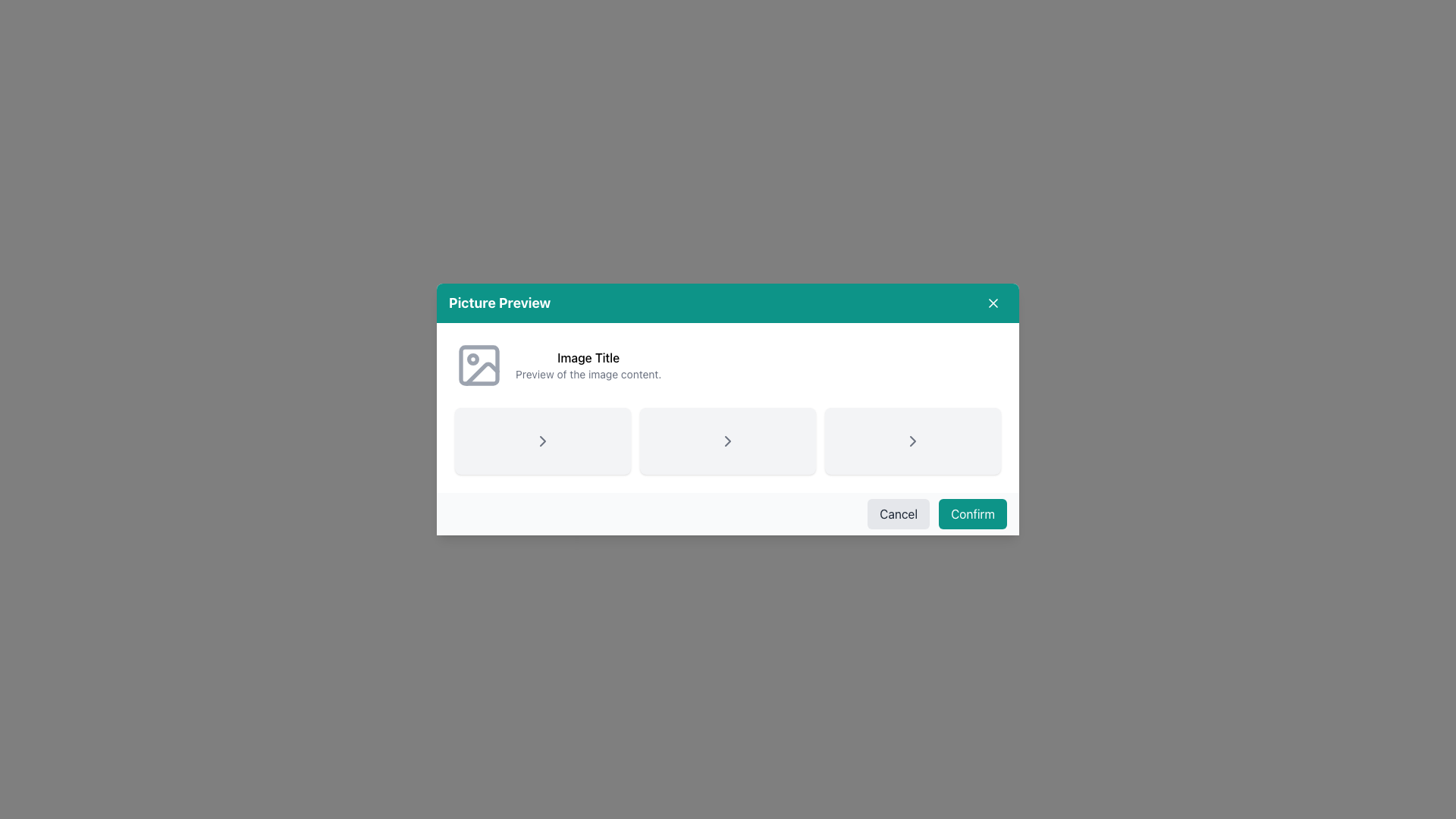 Image resolution: width=1456 pixels, height=819 pixels. I want to click on the third button with a light gray background and a right-pointing chevron icon, so click(912, 441).